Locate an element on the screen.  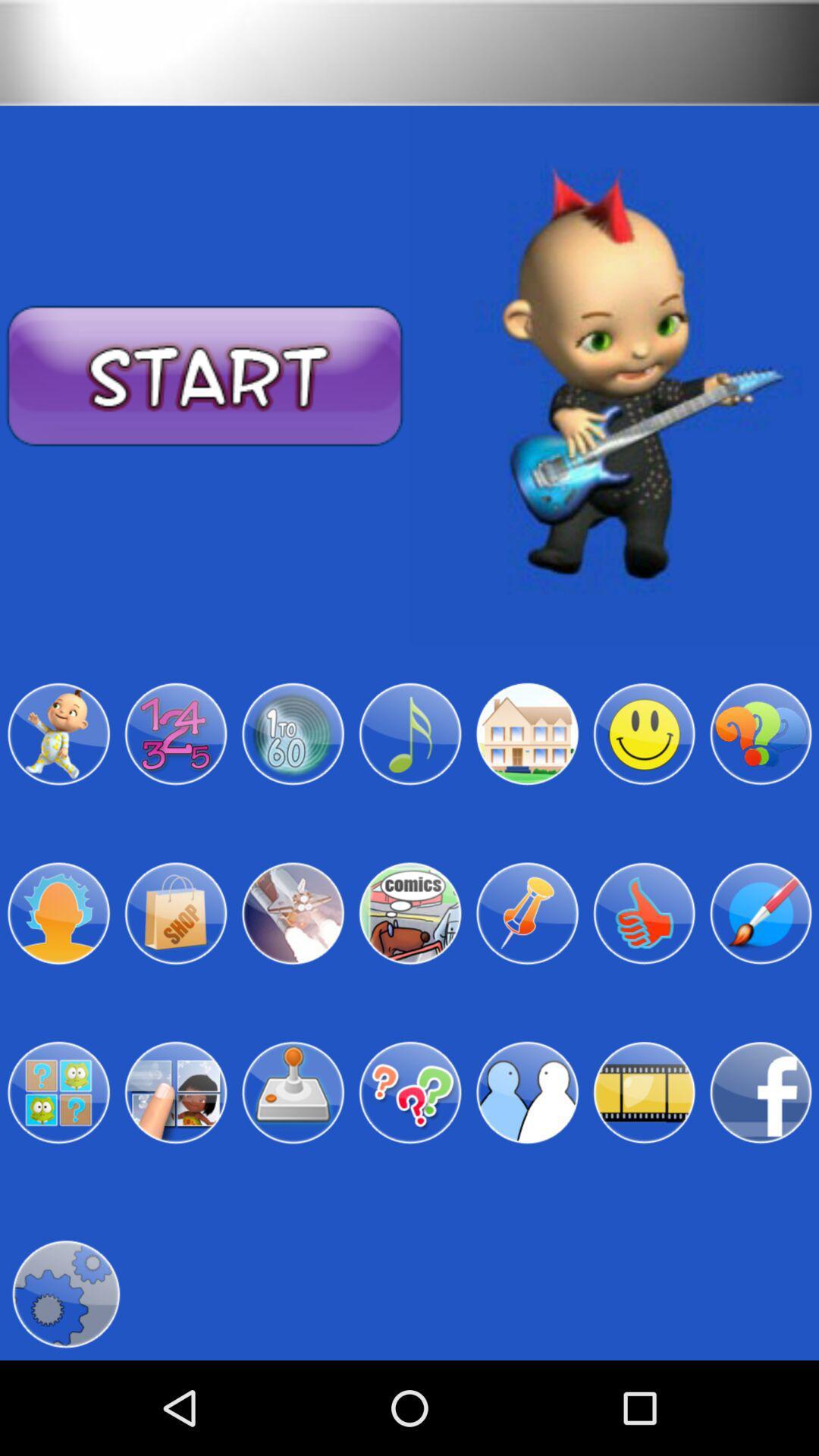
the settings icon is located at coordinates (65, 1385).